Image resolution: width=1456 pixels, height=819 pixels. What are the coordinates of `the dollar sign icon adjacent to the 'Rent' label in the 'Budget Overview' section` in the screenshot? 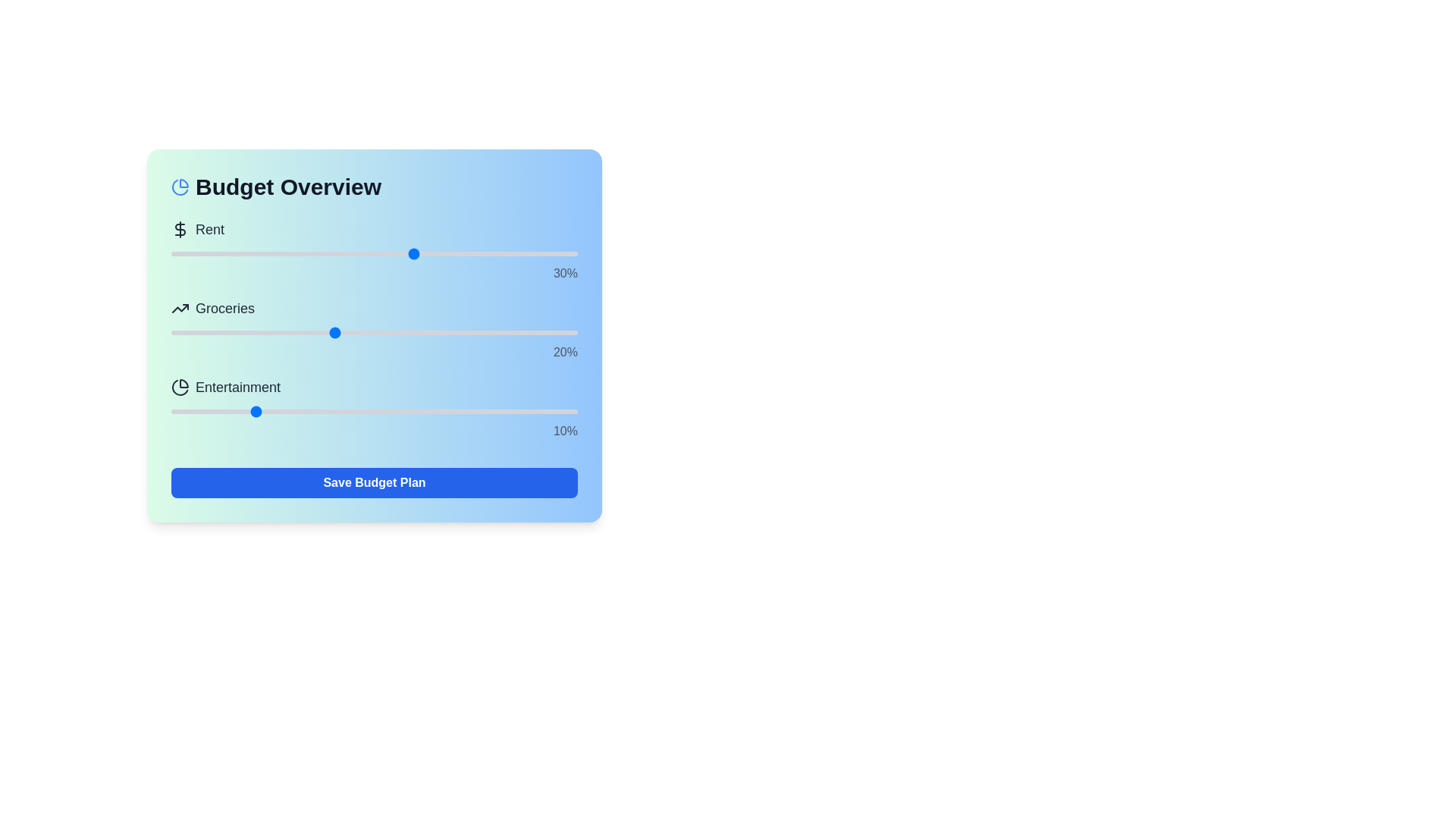 It's located at (180, 230).